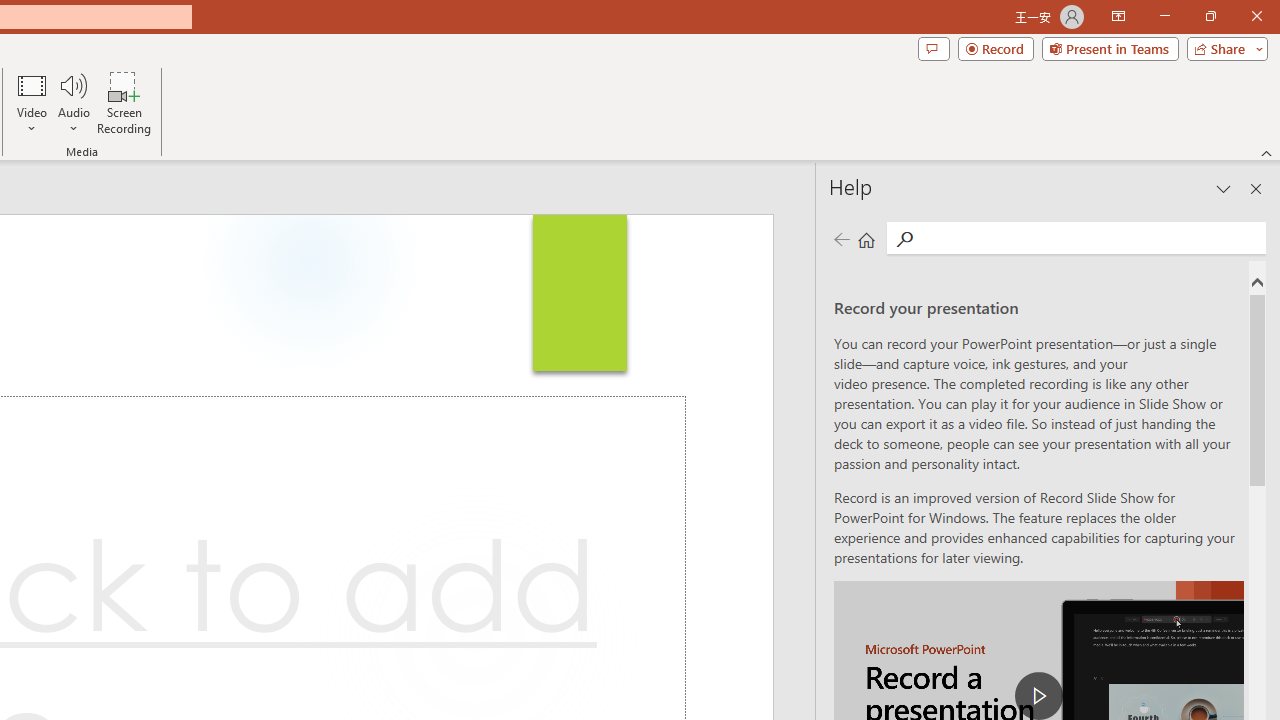 Image resolution: width=1280 pixels, height=720 pixels. What do you see at coordinates (73, 103) in the screenshot?
I see `'Audio'` at bounding box center [73, 103].